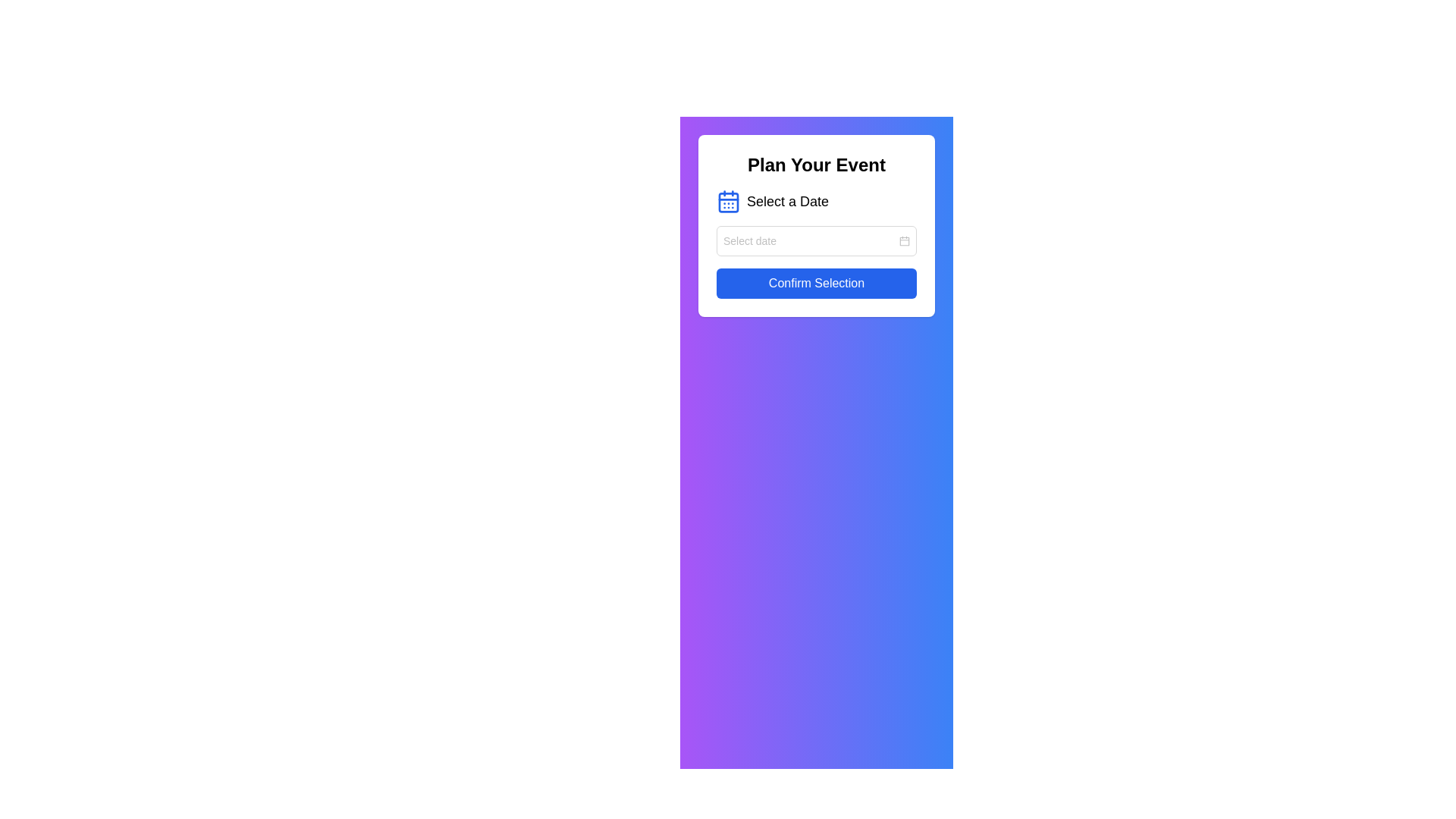  I want to click on the decorative design component that is part of the calendar icon, located to the left of the 'Select a Date' text, so click(728, 201).